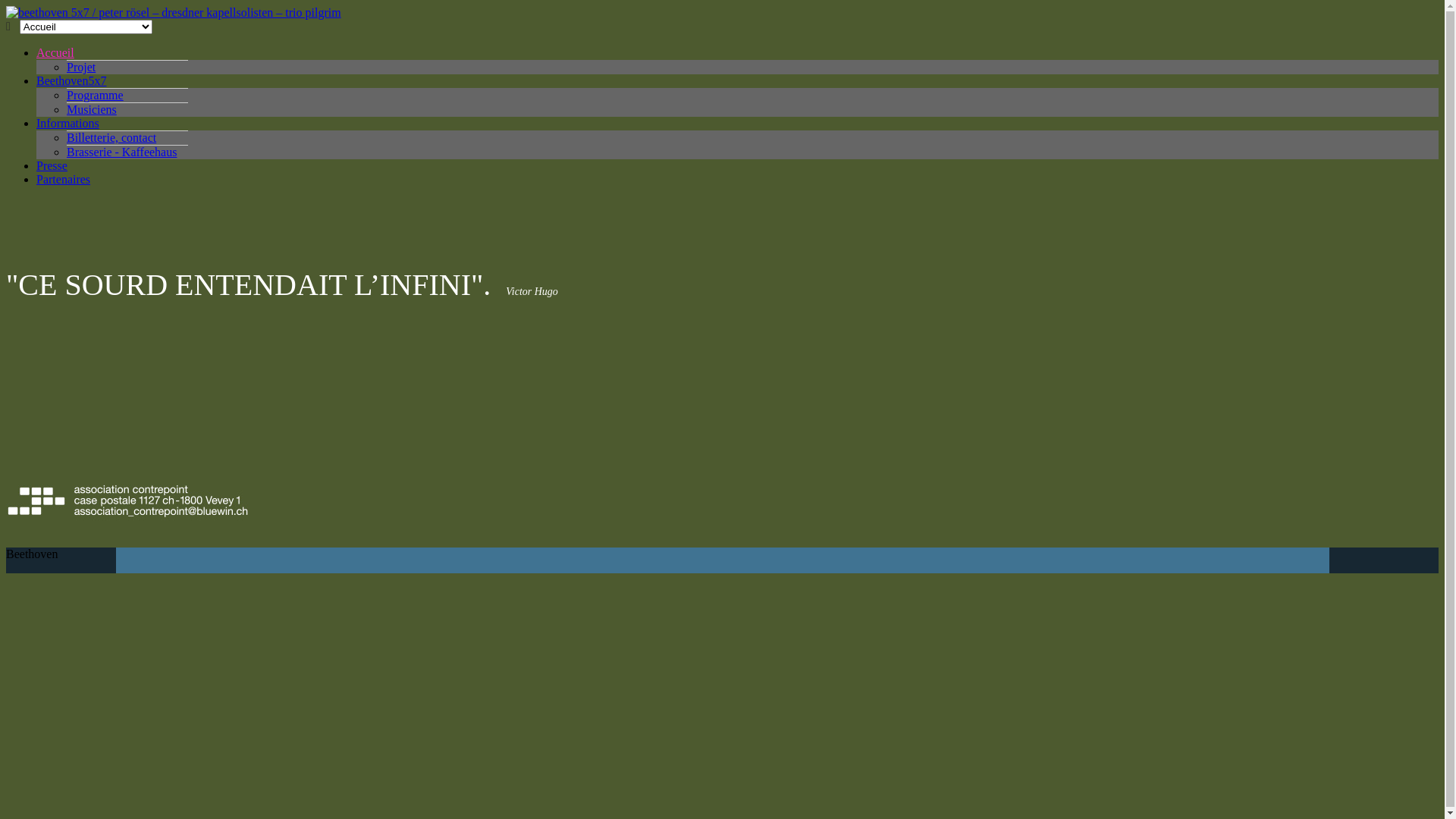  What do you see at coordinates (36, 178) in the screenshot?
I see `'Partenaires'` at bounding box center [36, 178].